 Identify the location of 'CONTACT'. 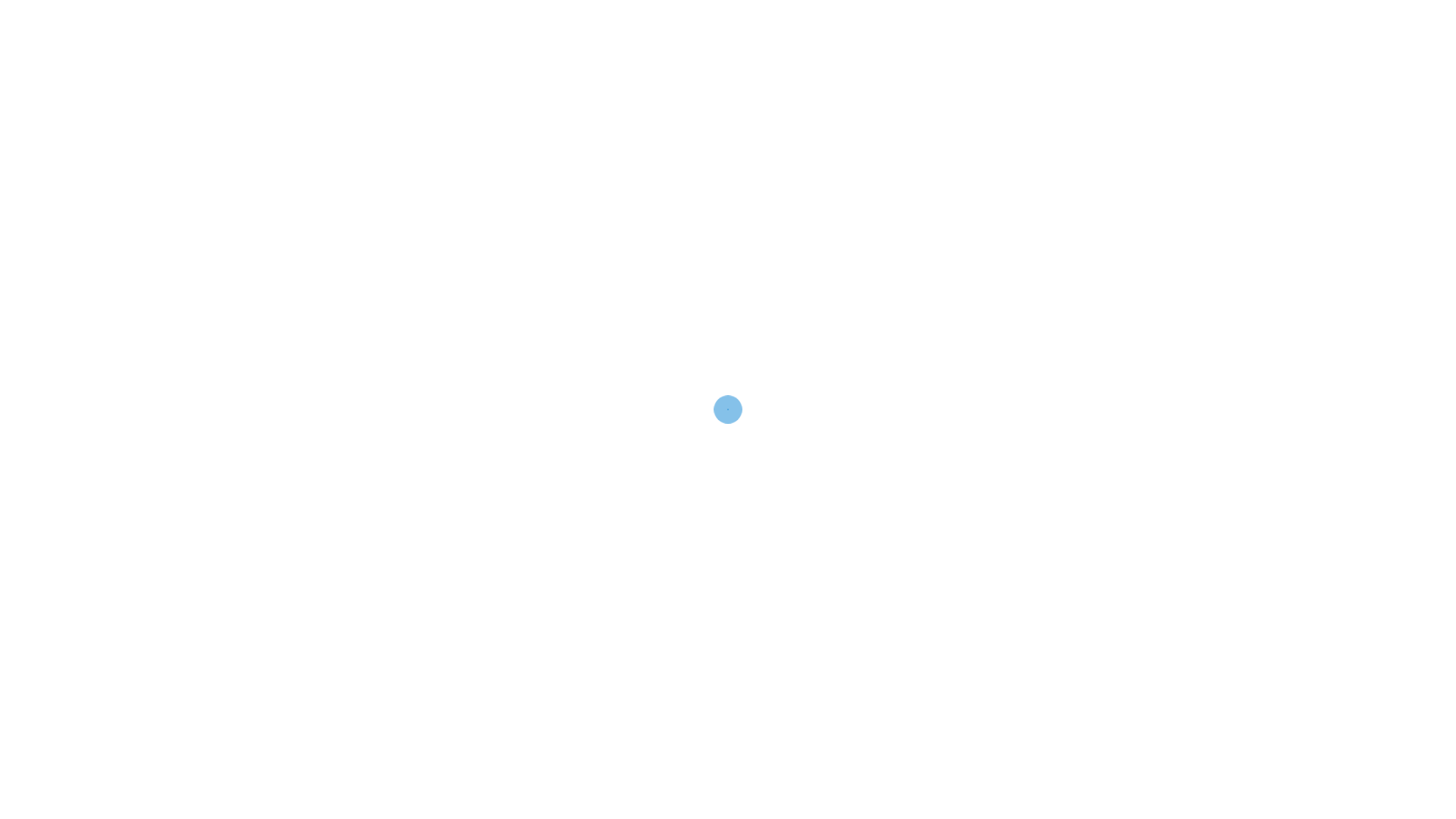
(890, 99).